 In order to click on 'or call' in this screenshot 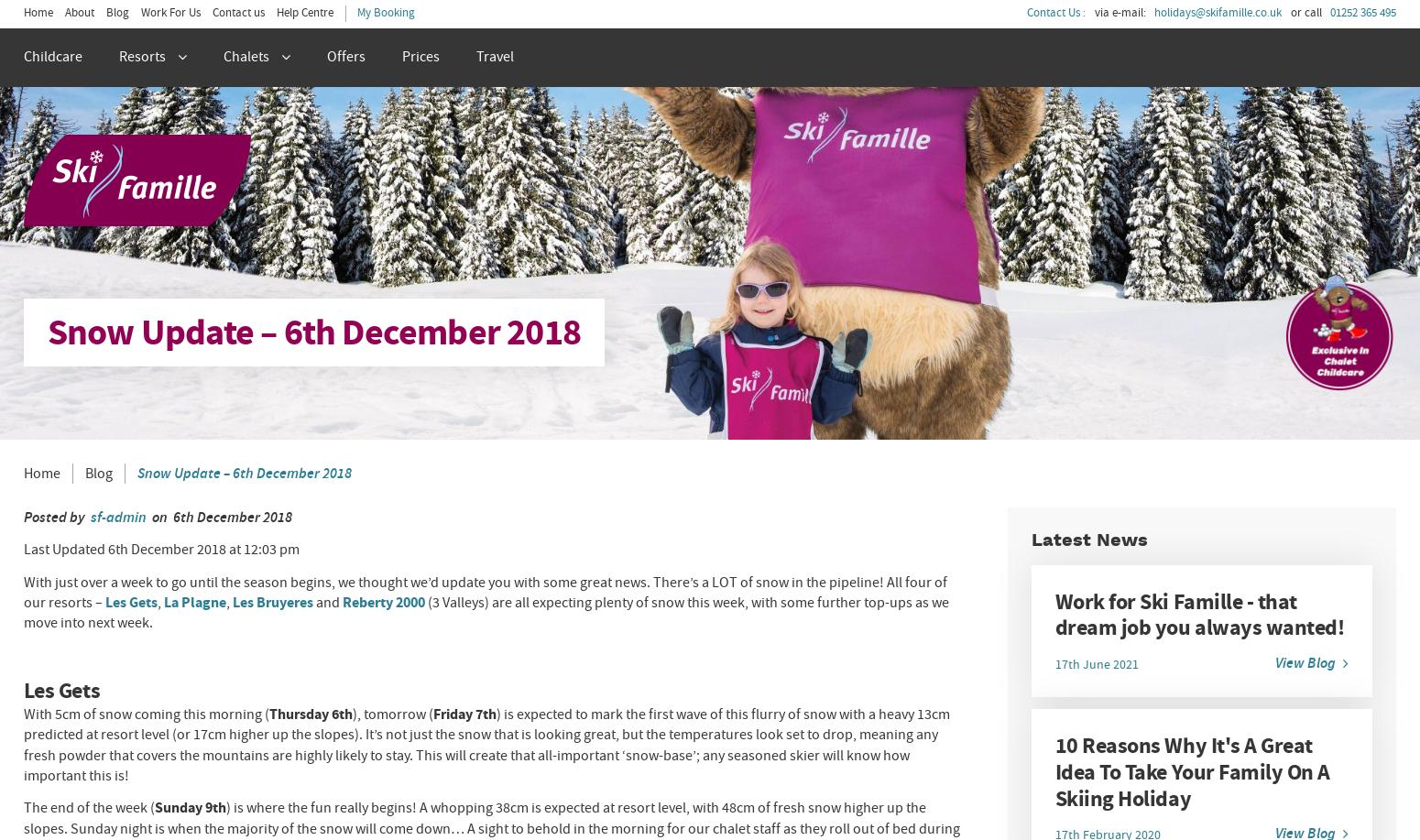, I will do `click(1305, 13)`.